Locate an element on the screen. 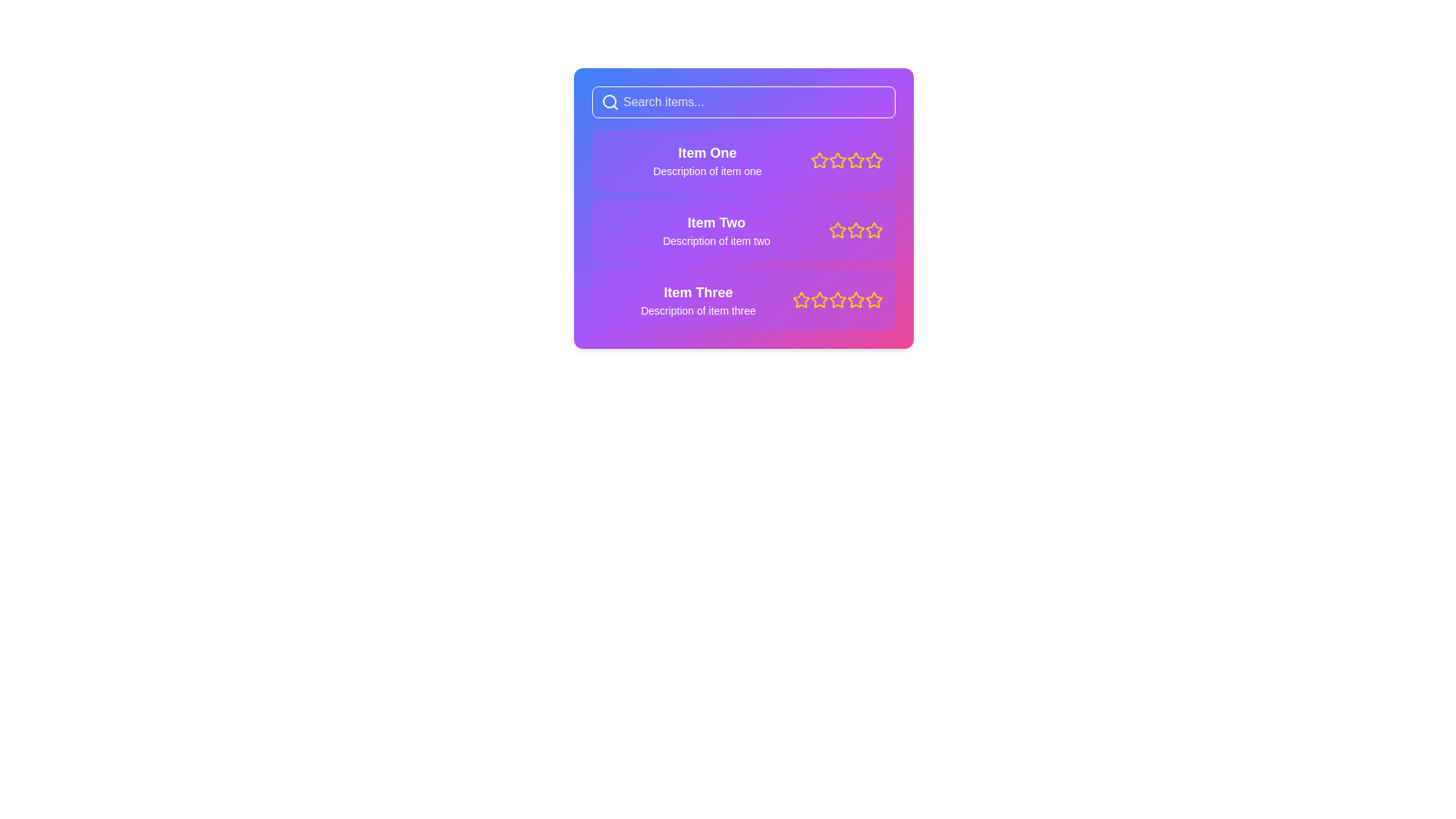 This screenshot has height=819, width=1456. the text block displaying 'Item One' with its description 'Description of item one', which is the first item in a list and has a purple gradient background is located at coordinates (706, 161).